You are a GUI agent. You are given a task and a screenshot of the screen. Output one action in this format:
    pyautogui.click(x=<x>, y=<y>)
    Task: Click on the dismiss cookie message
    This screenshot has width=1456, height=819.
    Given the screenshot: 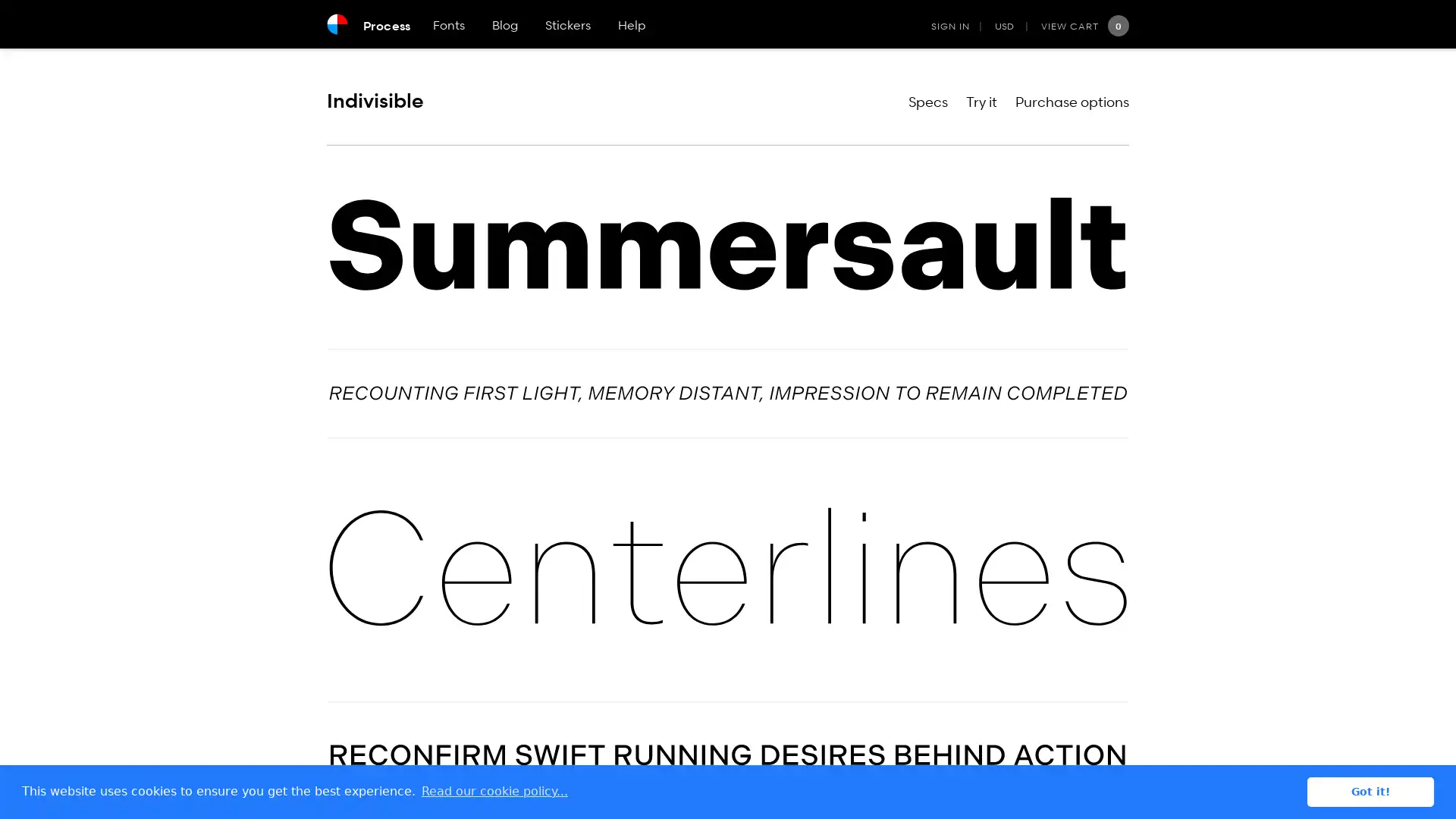 What is the action you would take?
    pyautogui.click(x=1370, y=791)
    